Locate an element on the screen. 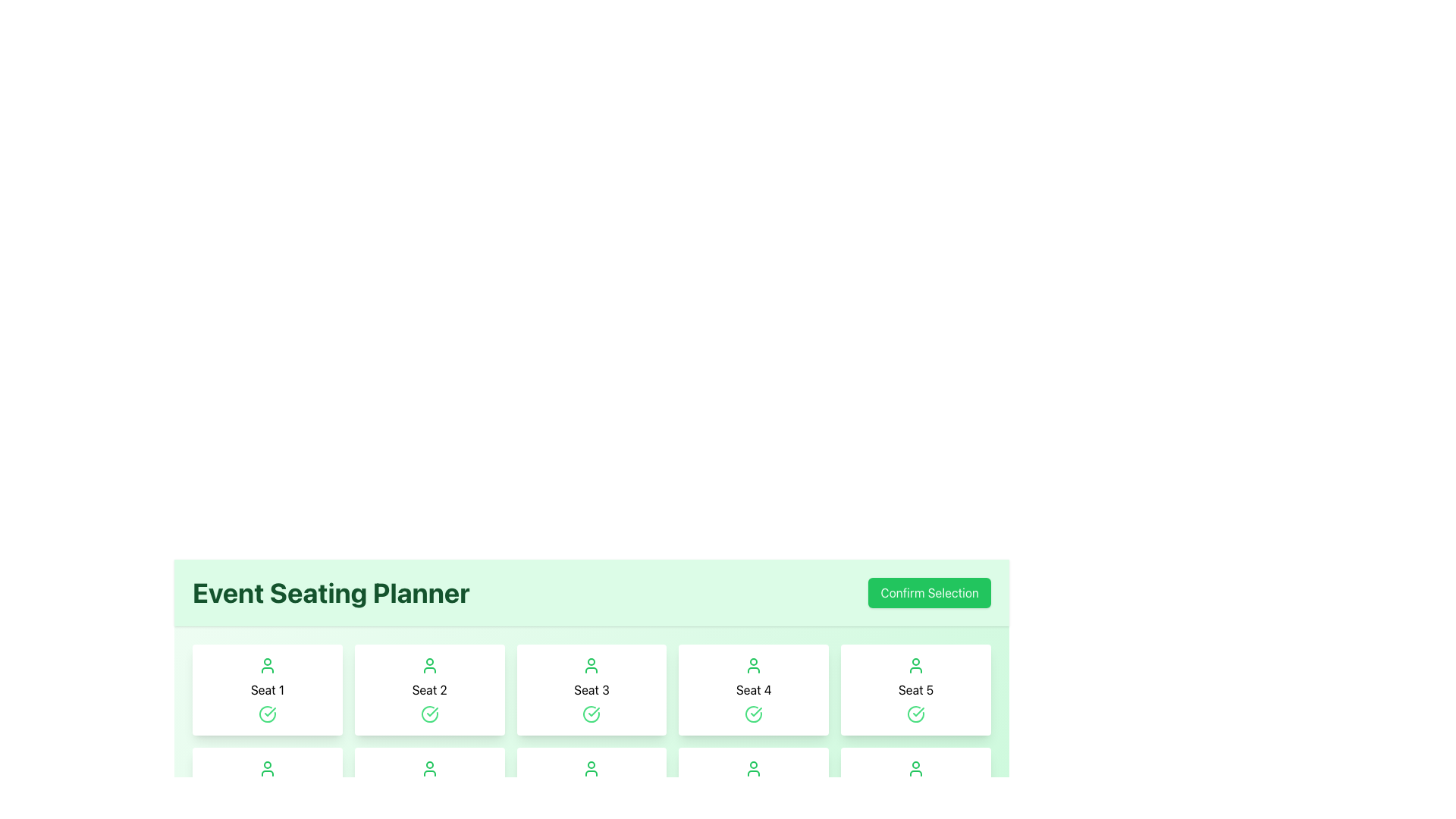 The height and width of the screenshot is (819, 1456). the green user icon located within the tile labeled 'Seat 8', which is centered horizontally and aligned towards the top of the tile is located at coordinates (591, 769).